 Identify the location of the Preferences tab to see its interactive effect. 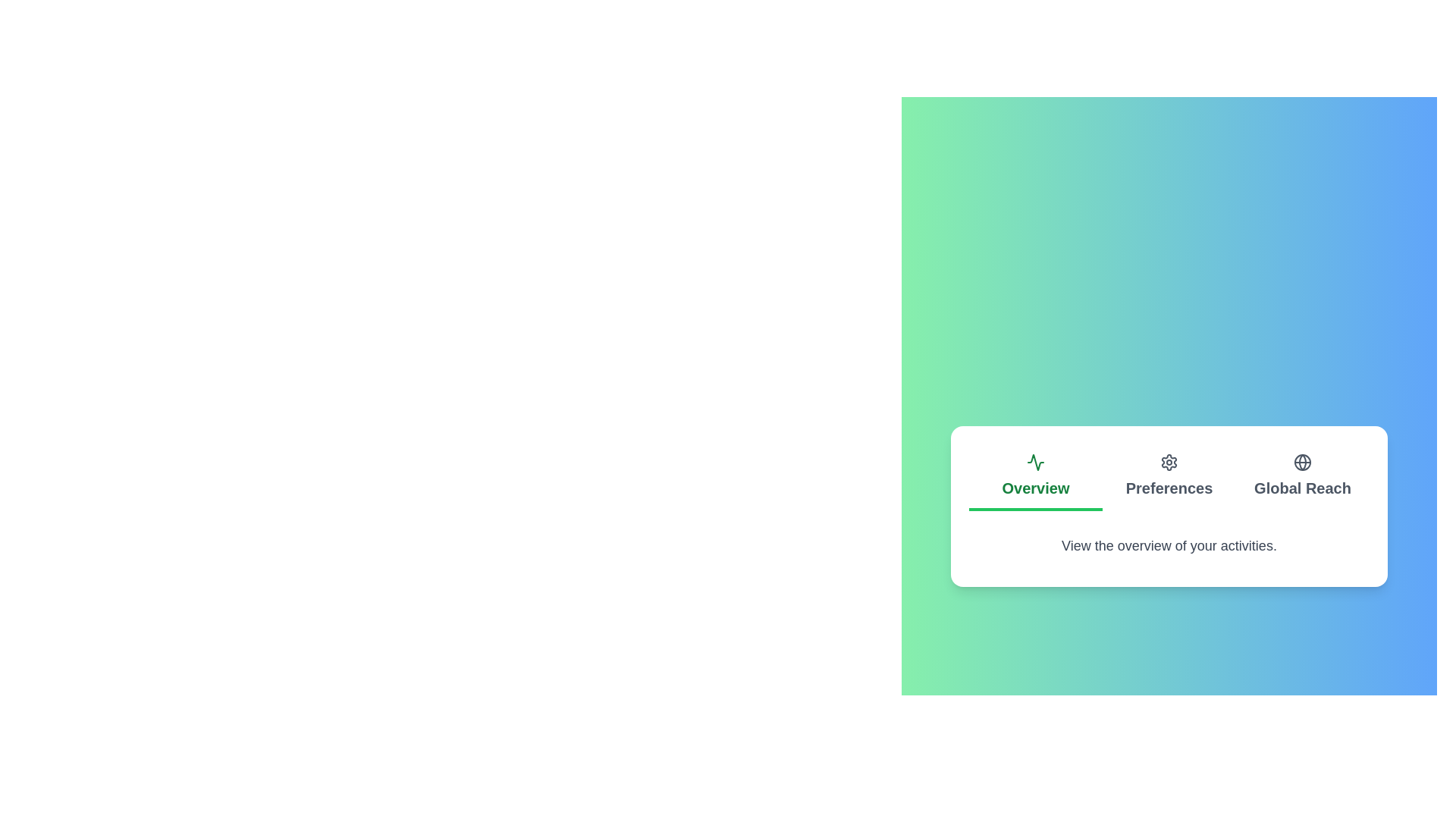
(1168, 476).